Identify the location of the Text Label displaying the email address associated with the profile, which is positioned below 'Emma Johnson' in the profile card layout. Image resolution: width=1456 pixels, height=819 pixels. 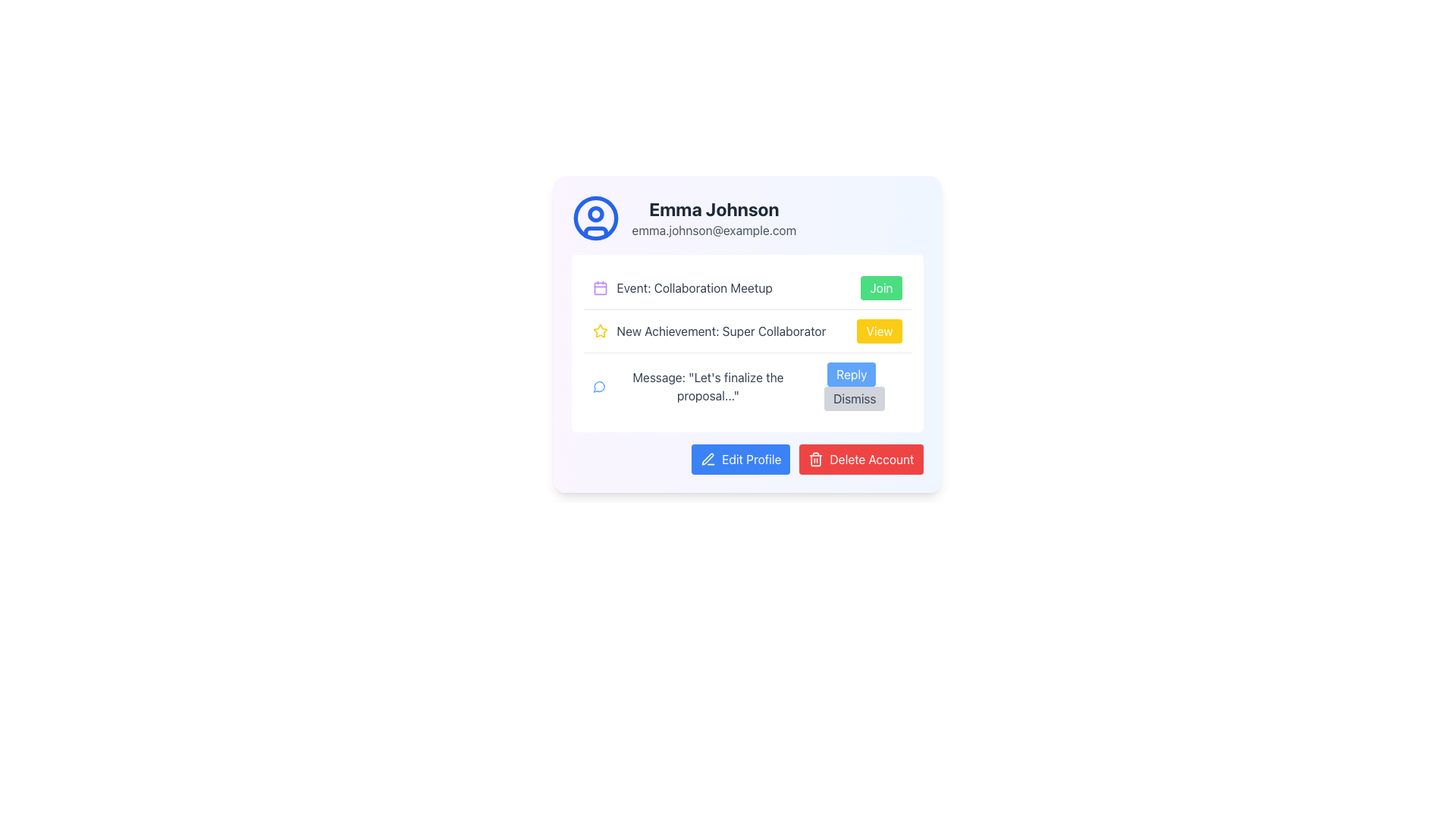
(713, 231).